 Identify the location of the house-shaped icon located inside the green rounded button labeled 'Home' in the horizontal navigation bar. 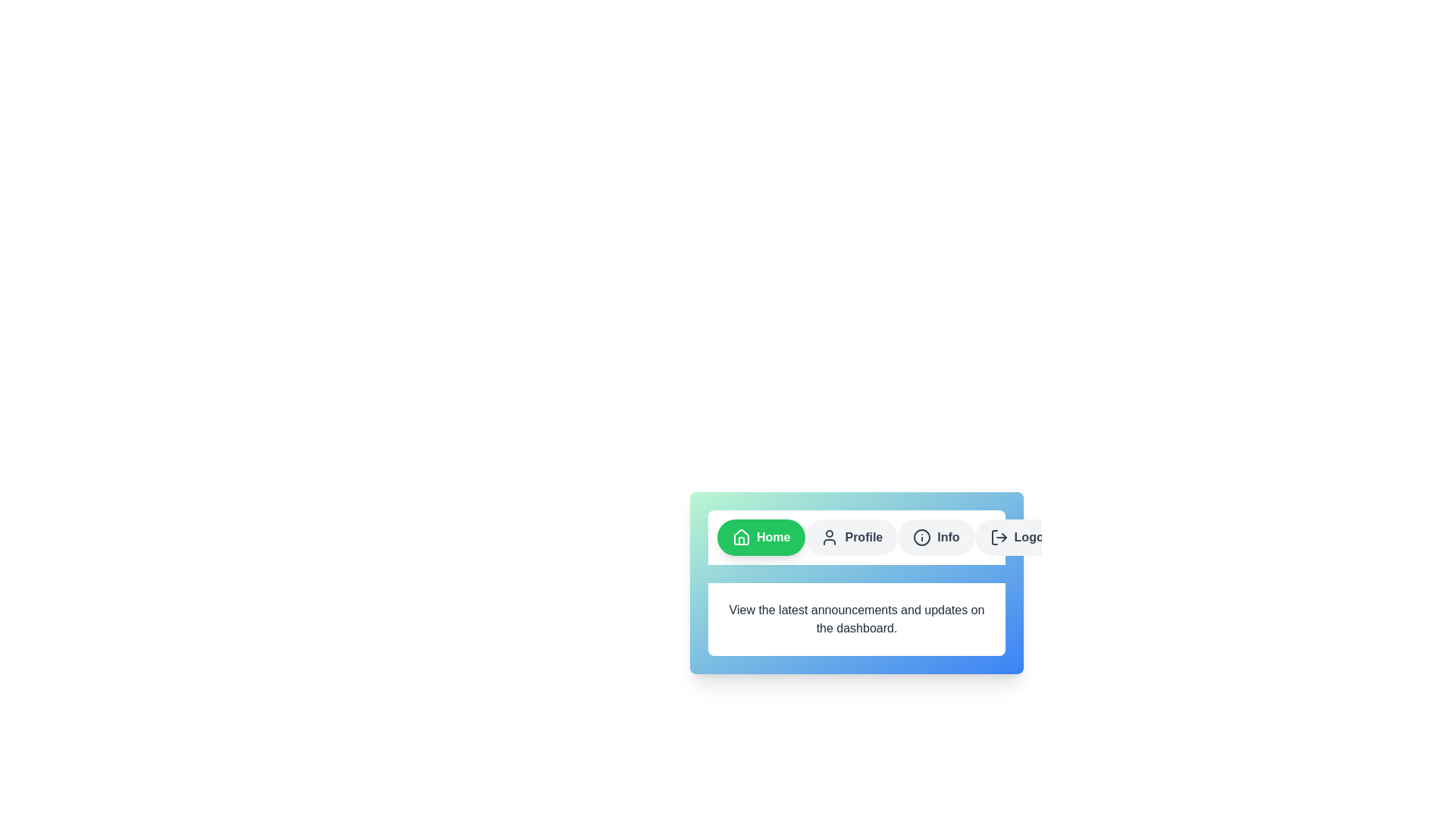
(742, 536).